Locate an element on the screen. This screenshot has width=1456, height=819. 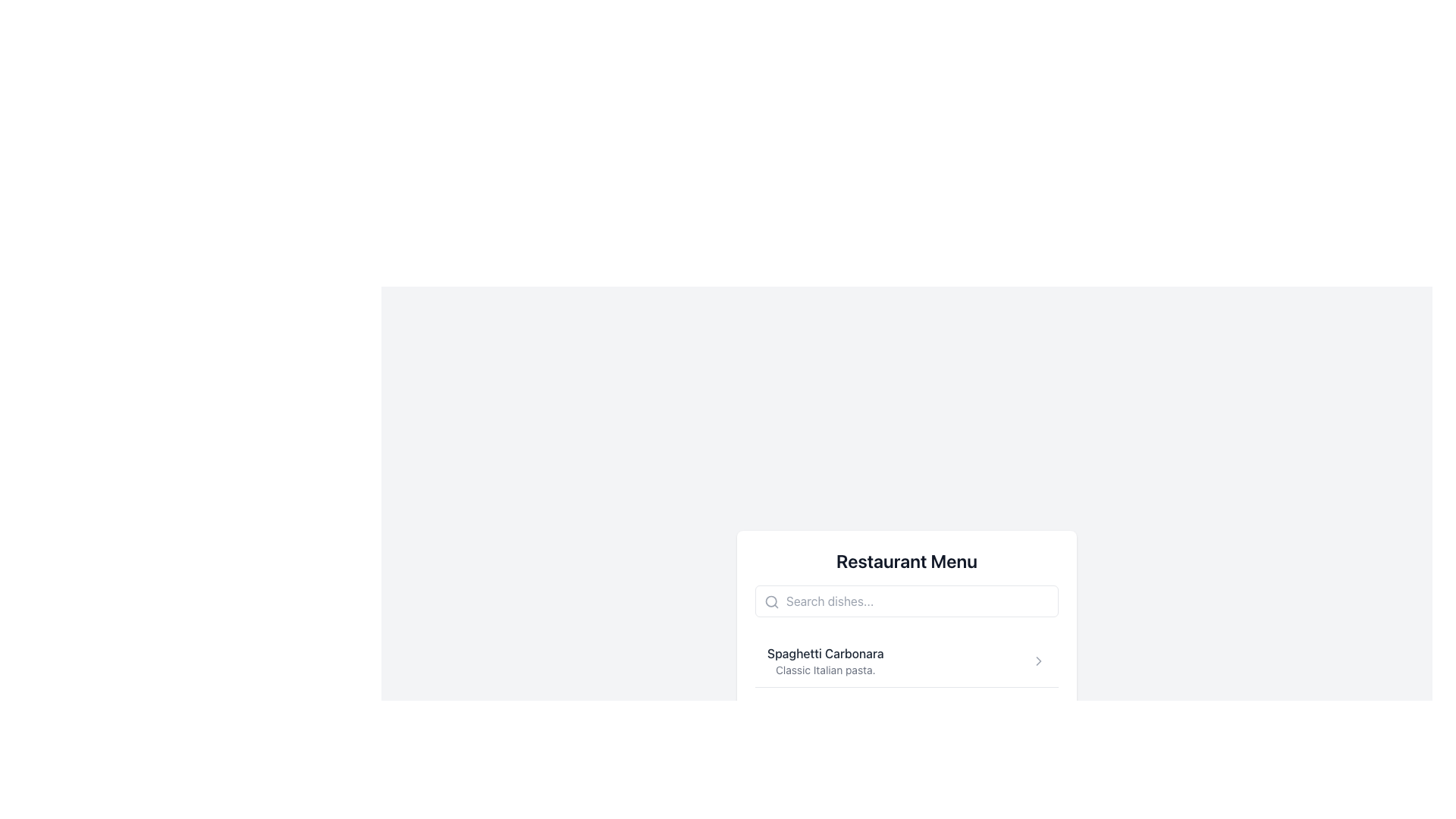
descriptive text label providing additional information about the dish 'Spaghetti Carbonara', positioned directly below the title in the restaurant menu layout is located at coordinates (824, 669).